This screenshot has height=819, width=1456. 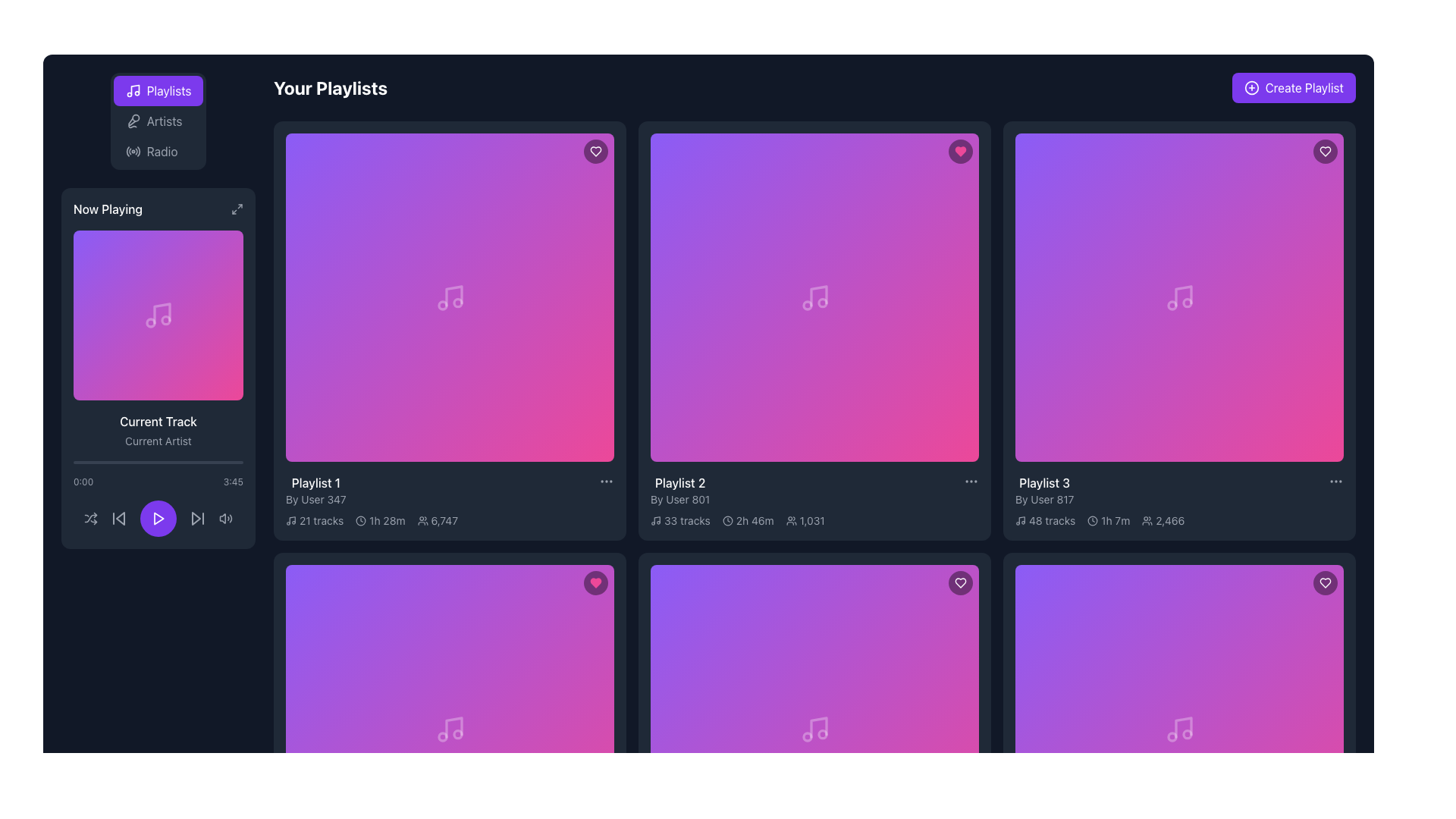 I want to click on the circular SVG graphic component that is part of the clock icon located towards the center-right of the interface, adjacent to playlist track length and listener count, so click(x=726, y=519).